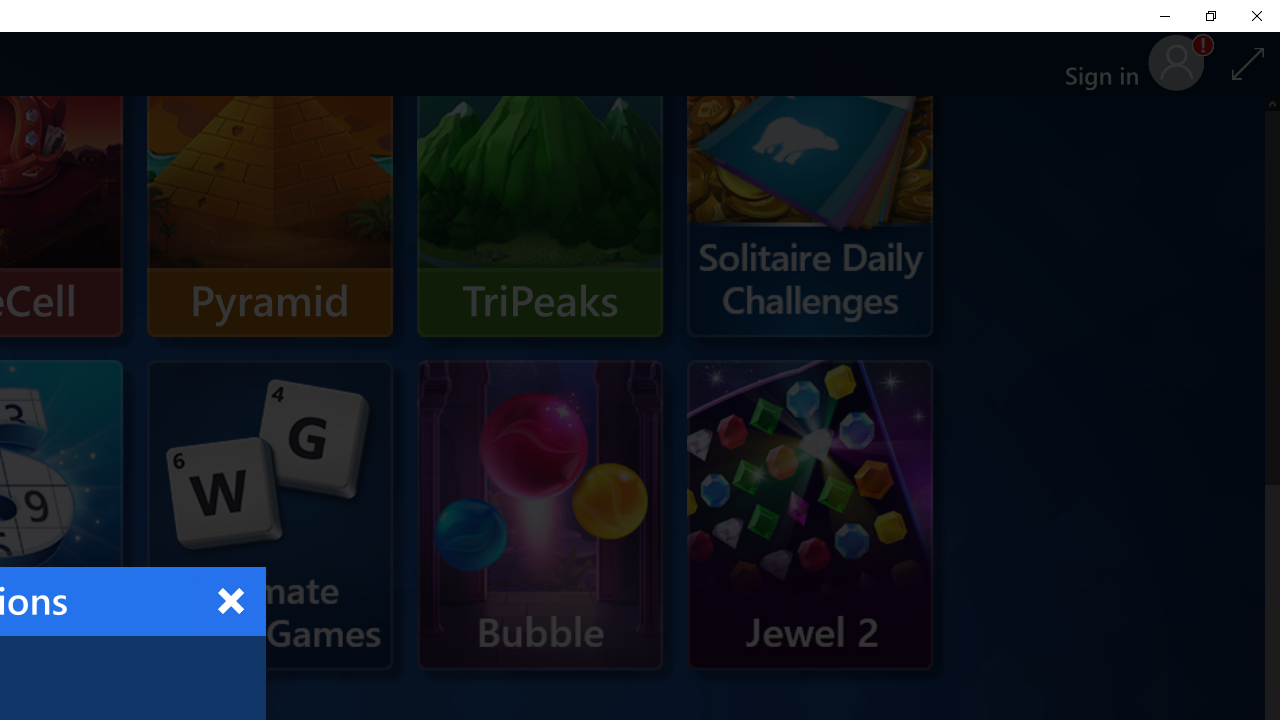  I want to click on 'Pyramid', so click(269, 182).